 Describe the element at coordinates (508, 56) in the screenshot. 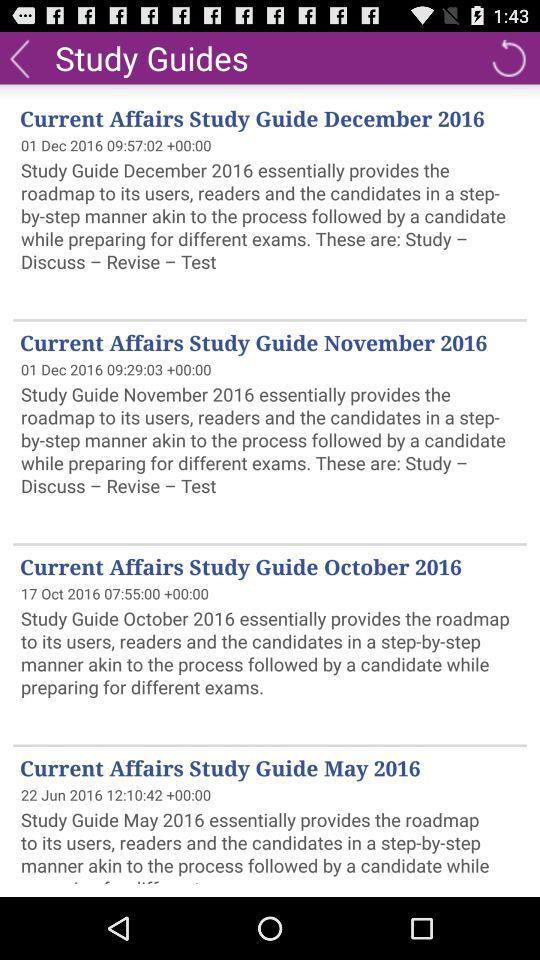

I see `the item to the right of study guides item` at that location.